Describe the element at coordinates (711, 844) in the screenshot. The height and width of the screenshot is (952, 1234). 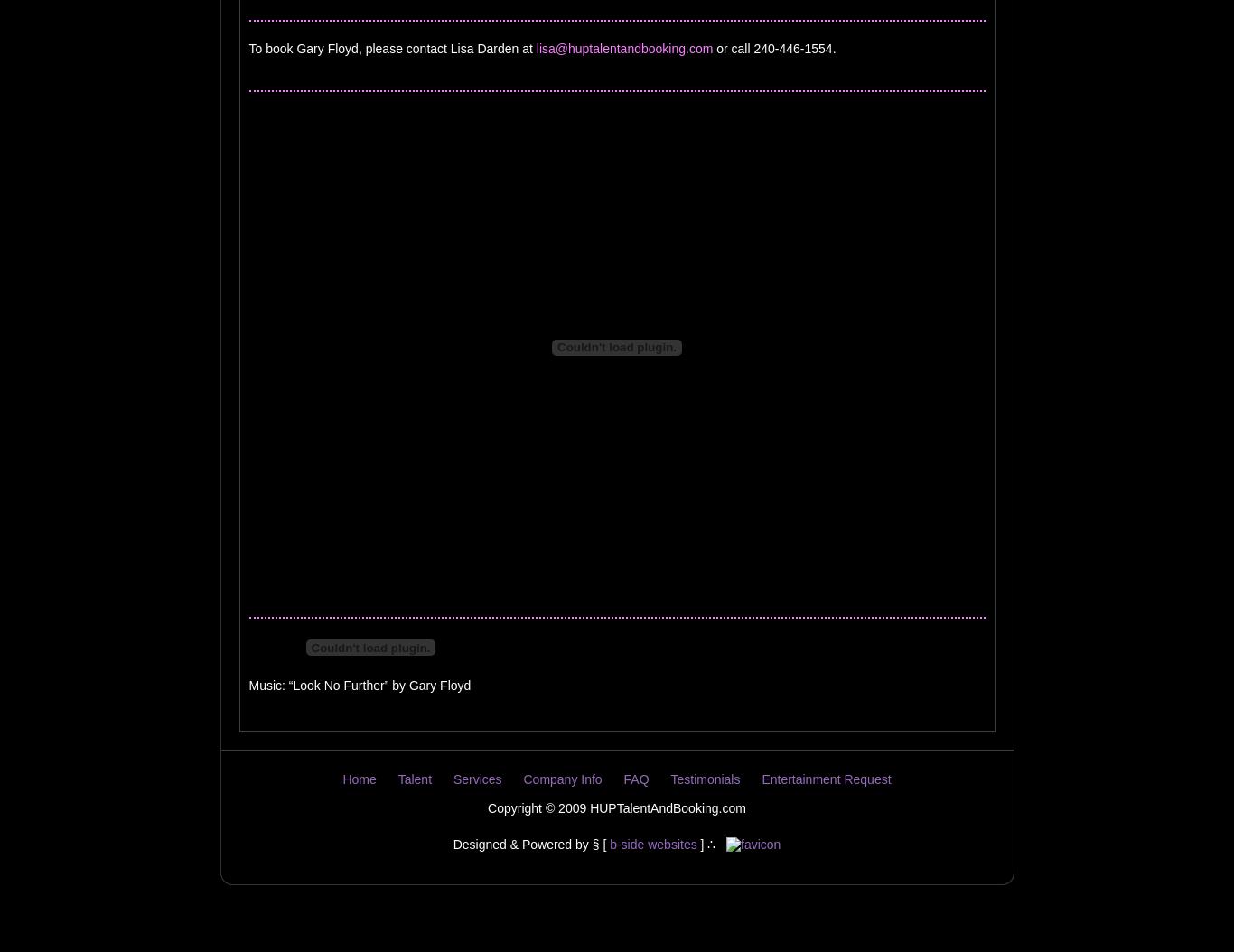
I see `'] ∴'` at that location.